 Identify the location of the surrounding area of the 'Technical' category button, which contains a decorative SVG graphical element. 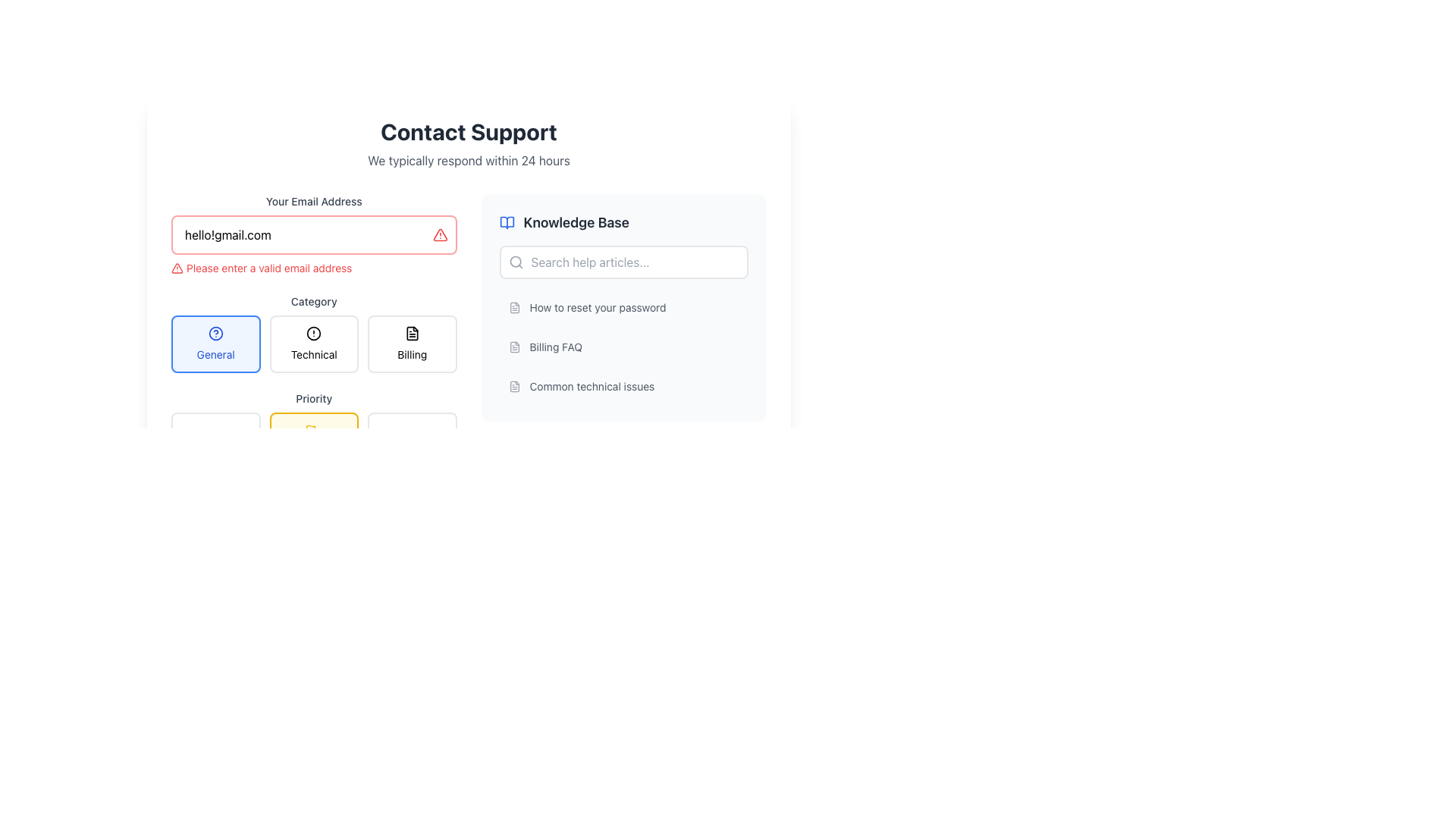
(313, 332).